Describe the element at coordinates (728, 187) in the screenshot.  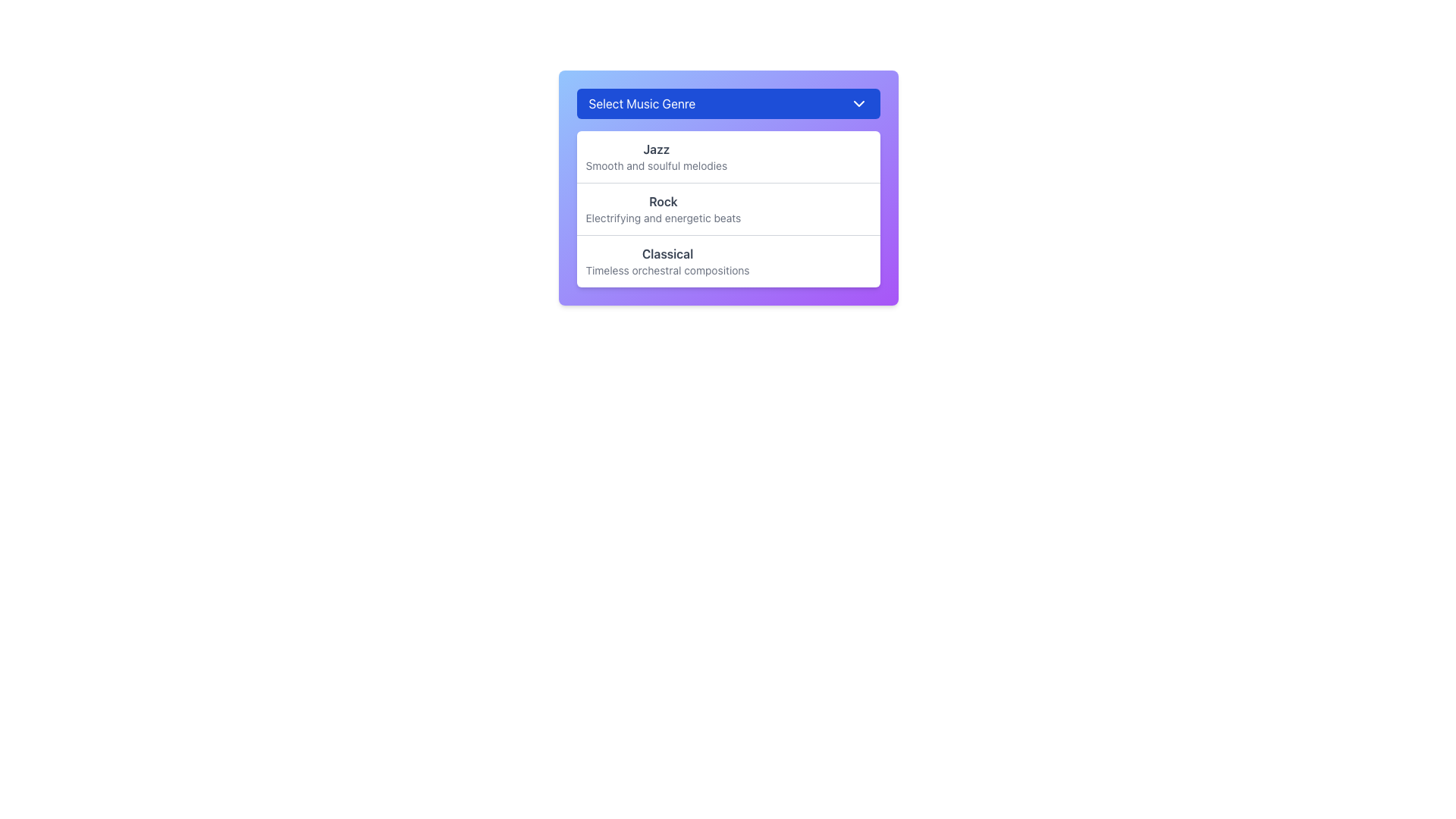
I see `the 'Rock' dropdown menu option, which is the second item in a list of three options labeled 'Jazz', 'Rock', and 'Classical'` at that location.